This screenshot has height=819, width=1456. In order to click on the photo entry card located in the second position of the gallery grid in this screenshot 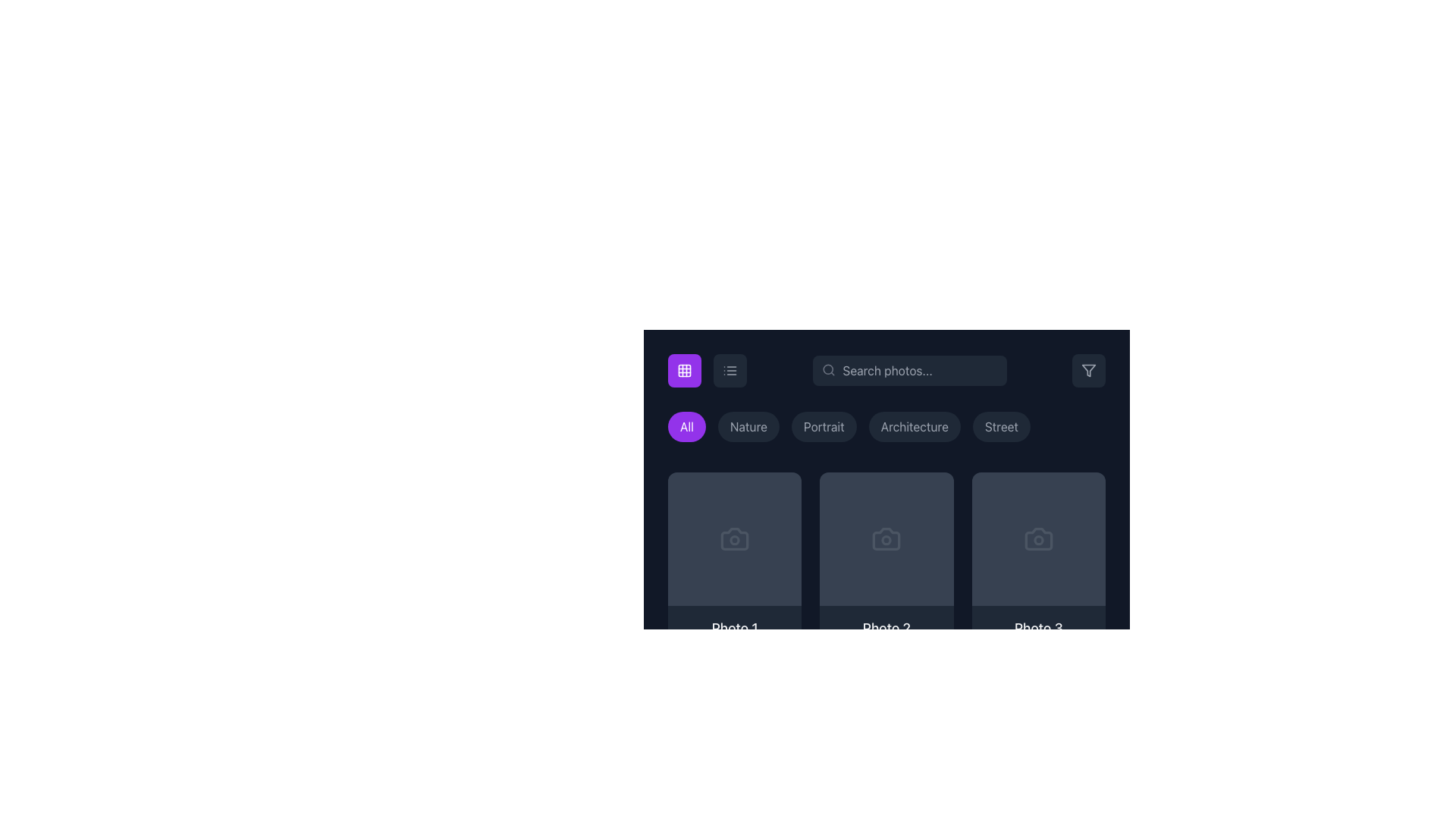, I will do `click(886, 581)`.